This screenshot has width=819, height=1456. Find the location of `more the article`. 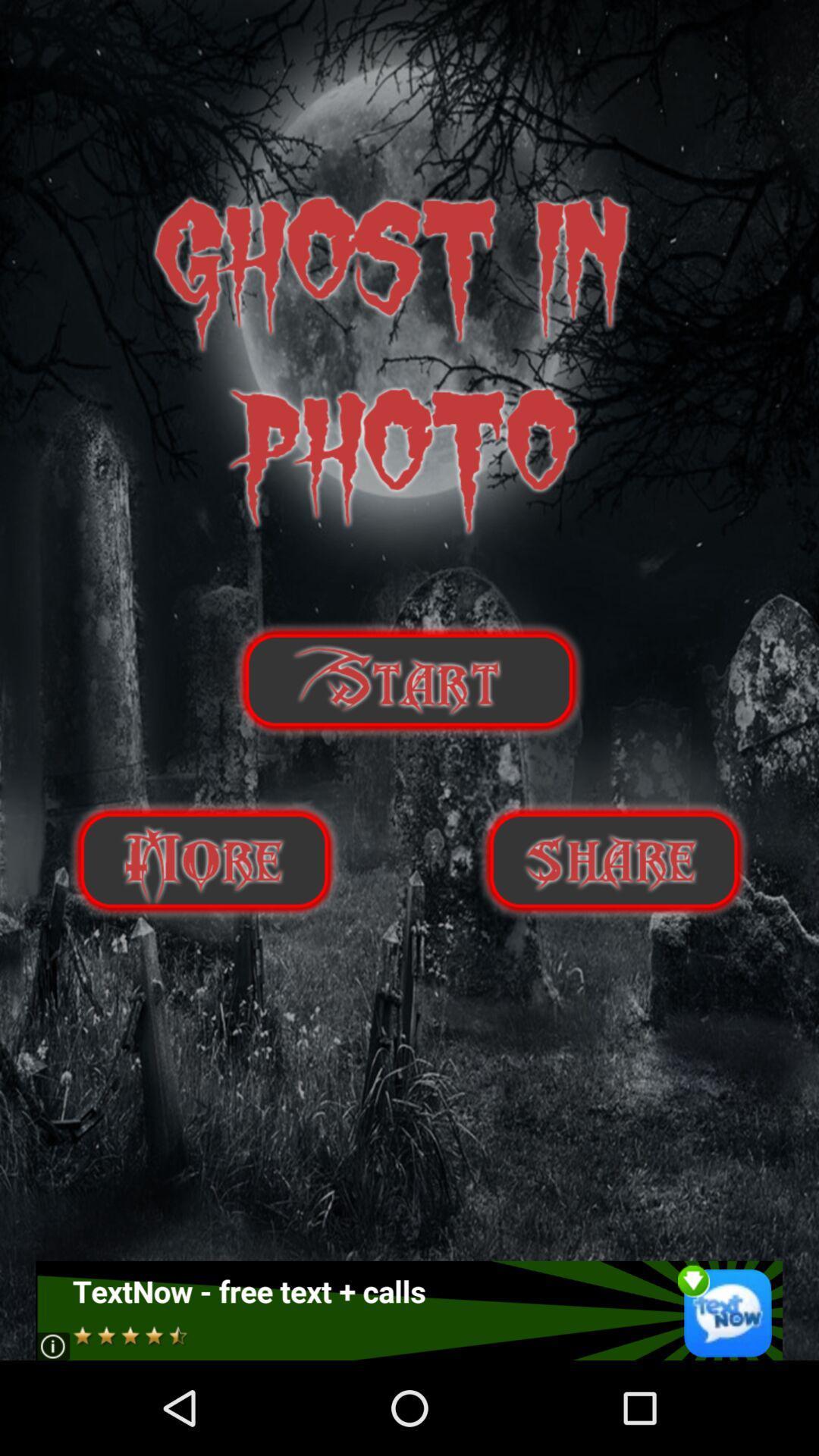

more the article is located at coordinates (203, 860).